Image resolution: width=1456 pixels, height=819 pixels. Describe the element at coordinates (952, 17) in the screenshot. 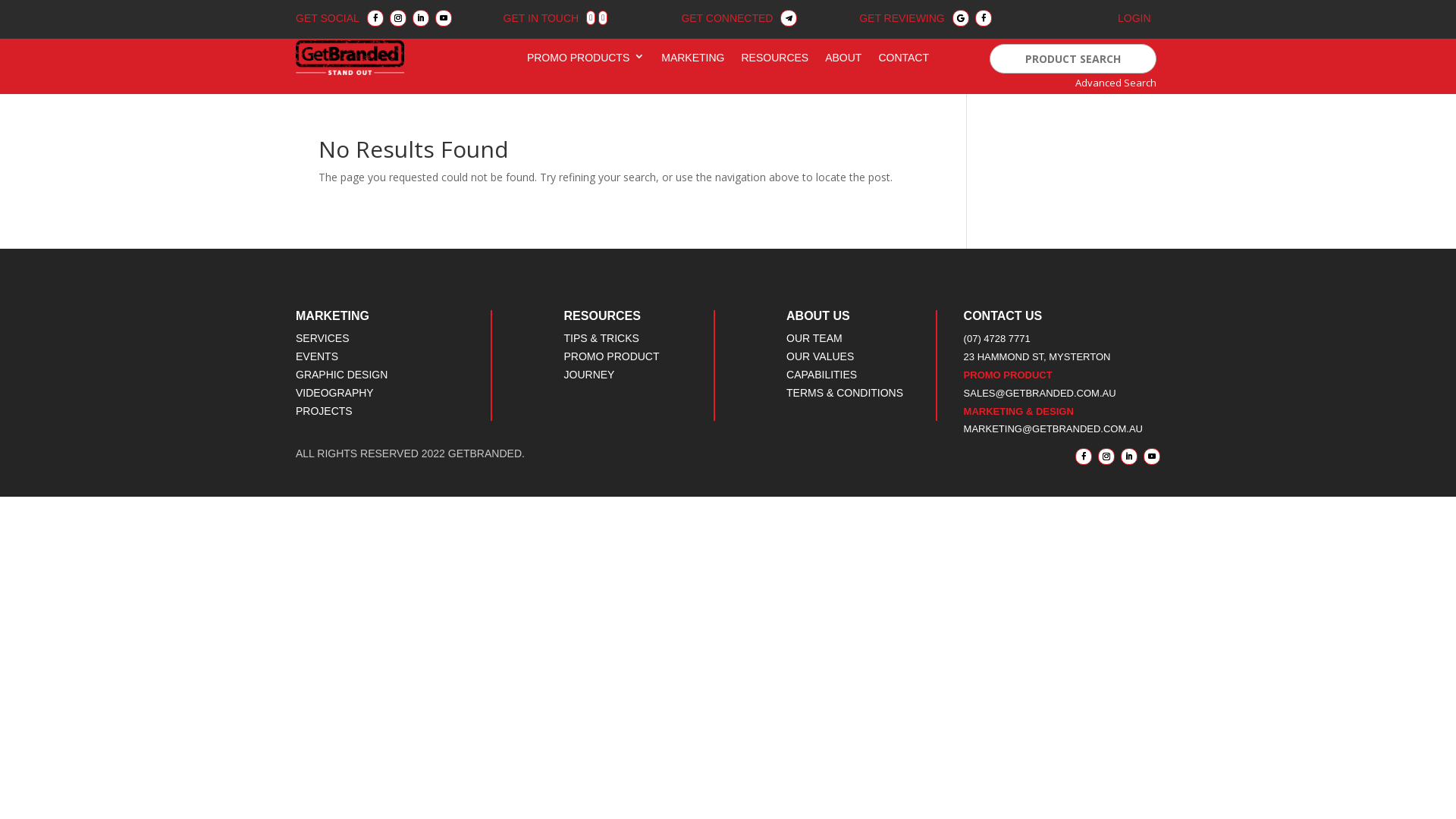

I see `'Follow on Google'` at that location.